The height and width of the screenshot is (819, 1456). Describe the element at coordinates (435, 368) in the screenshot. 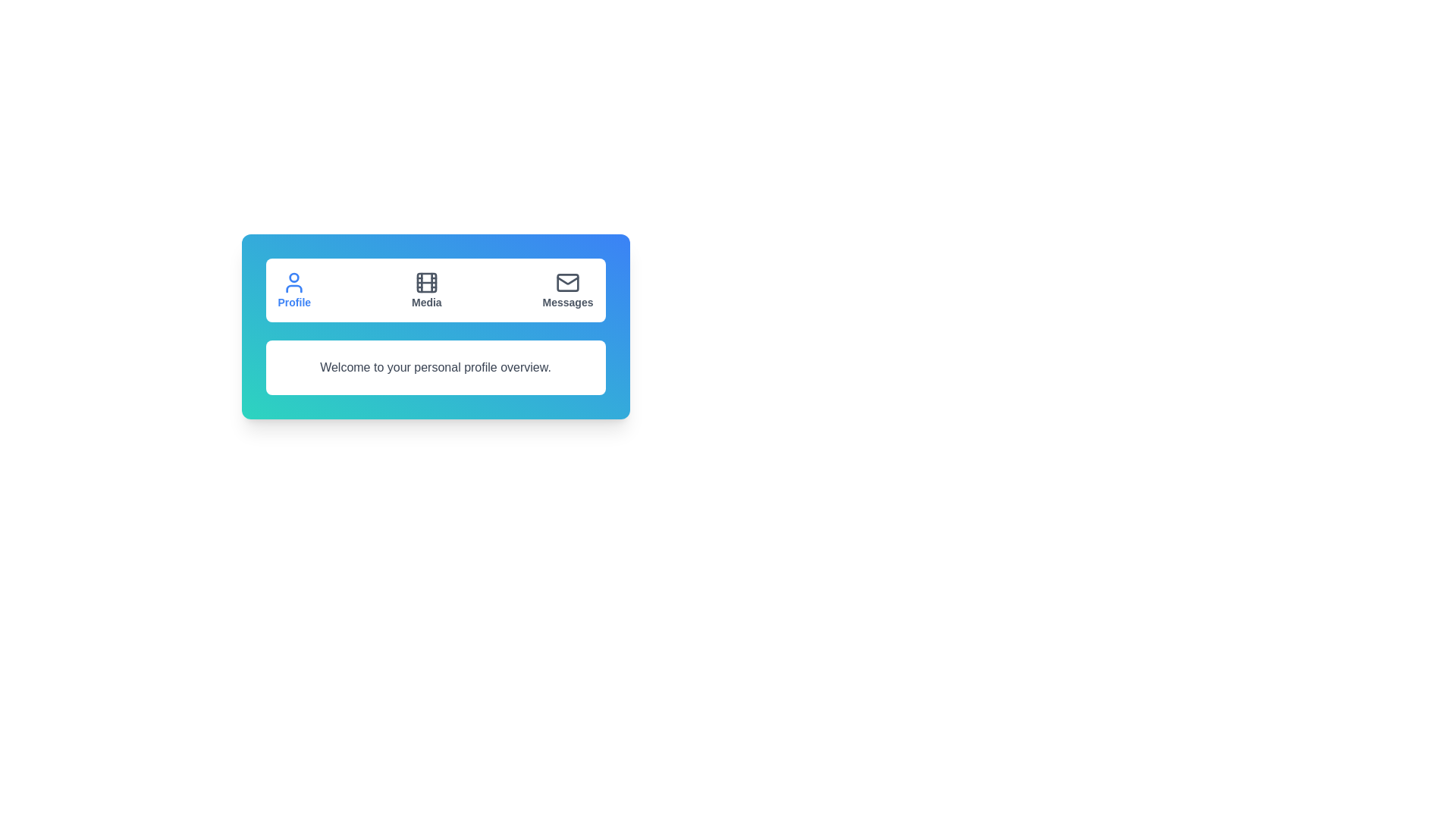

I see `the content area to read the displayed content` at that location.